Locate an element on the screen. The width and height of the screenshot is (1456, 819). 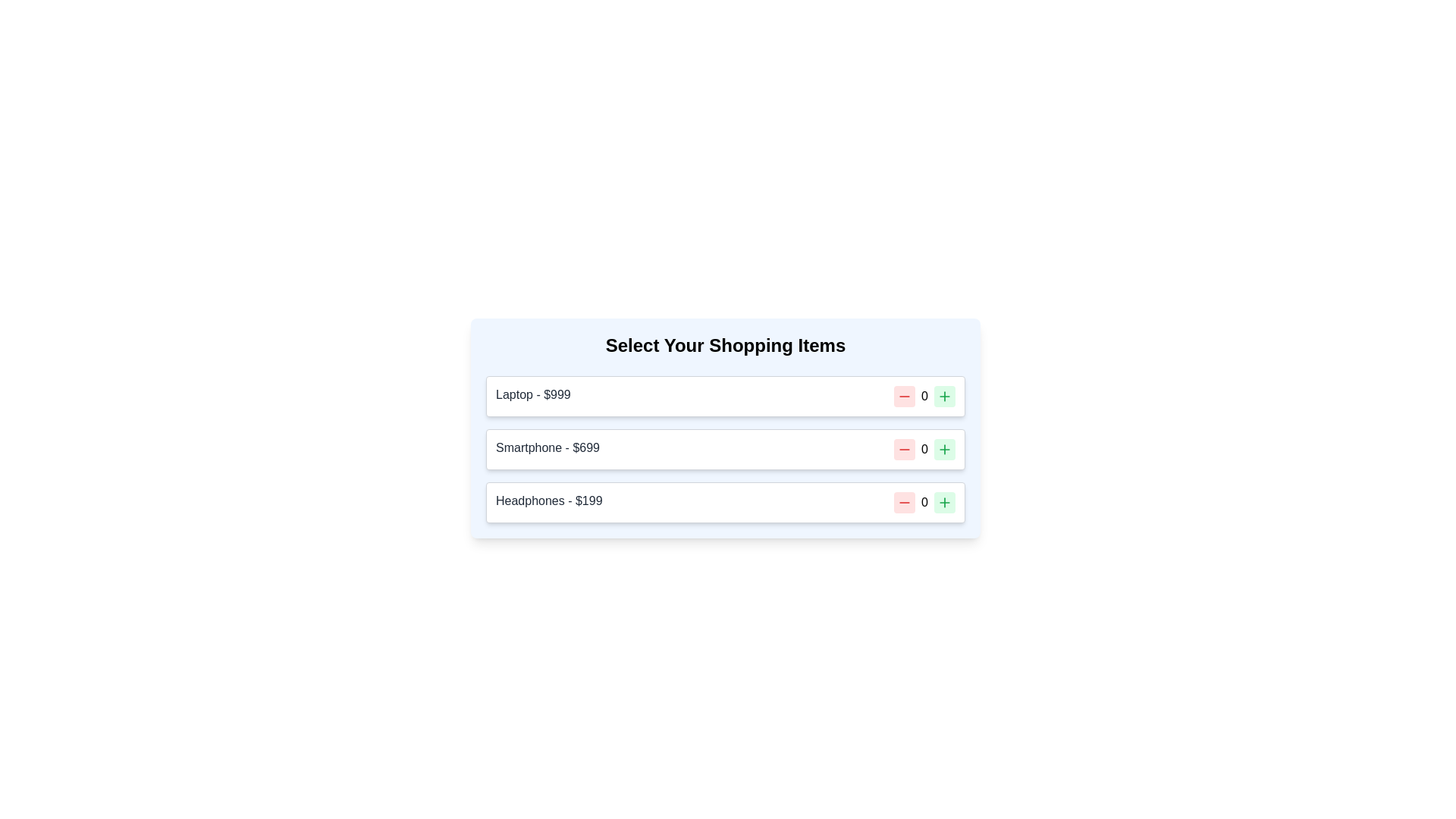
the green button with rounded corners and a plus icon to increment the counter is located at coordinates (944, 449).